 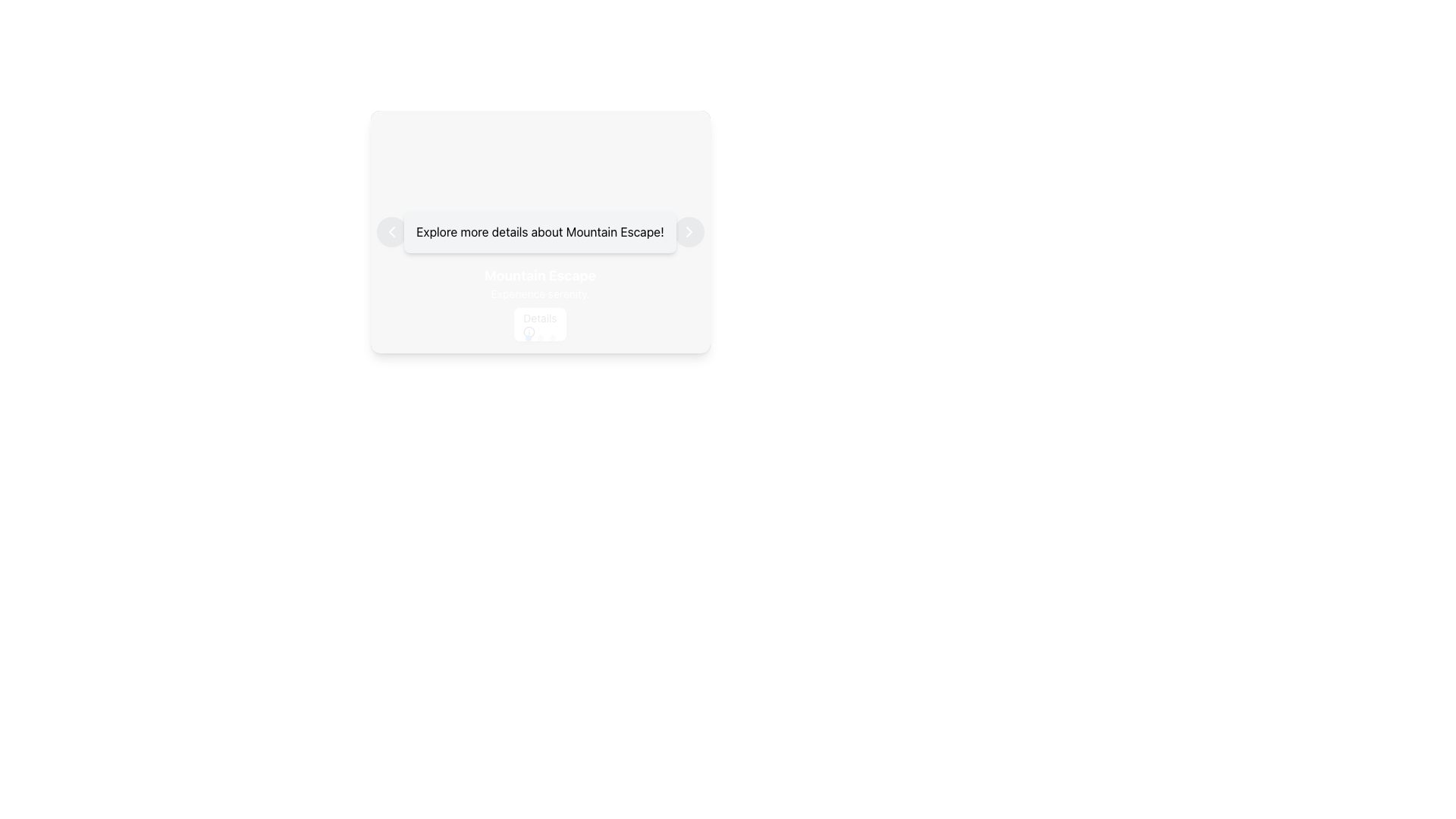 I want to click on the SVG navigation button located at the left end of the horizontally-aligned button group within the card, so click(x=391, y=231).